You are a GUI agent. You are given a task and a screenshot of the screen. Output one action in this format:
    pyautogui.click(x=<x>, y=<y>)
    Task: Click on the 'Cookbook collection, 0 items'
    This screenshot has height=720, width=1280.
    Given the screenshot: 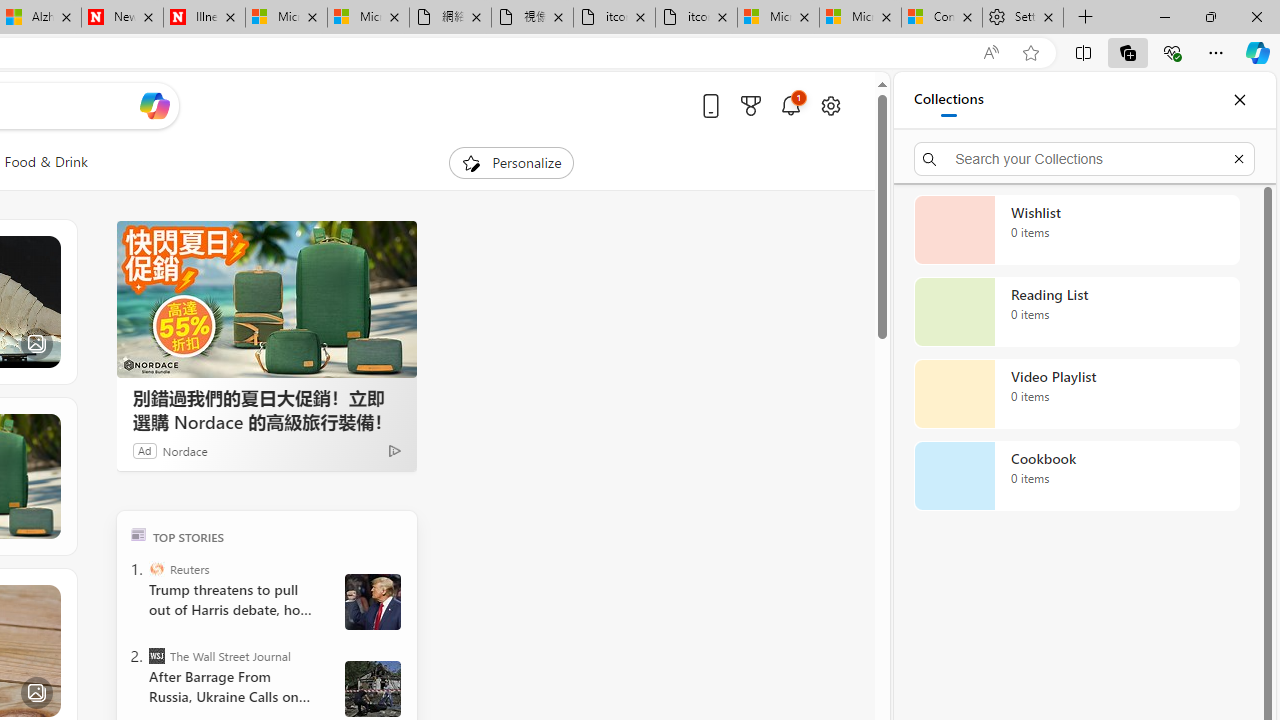 What is the action you would take?
    pyautogui.click(x=1076, y=475)
    